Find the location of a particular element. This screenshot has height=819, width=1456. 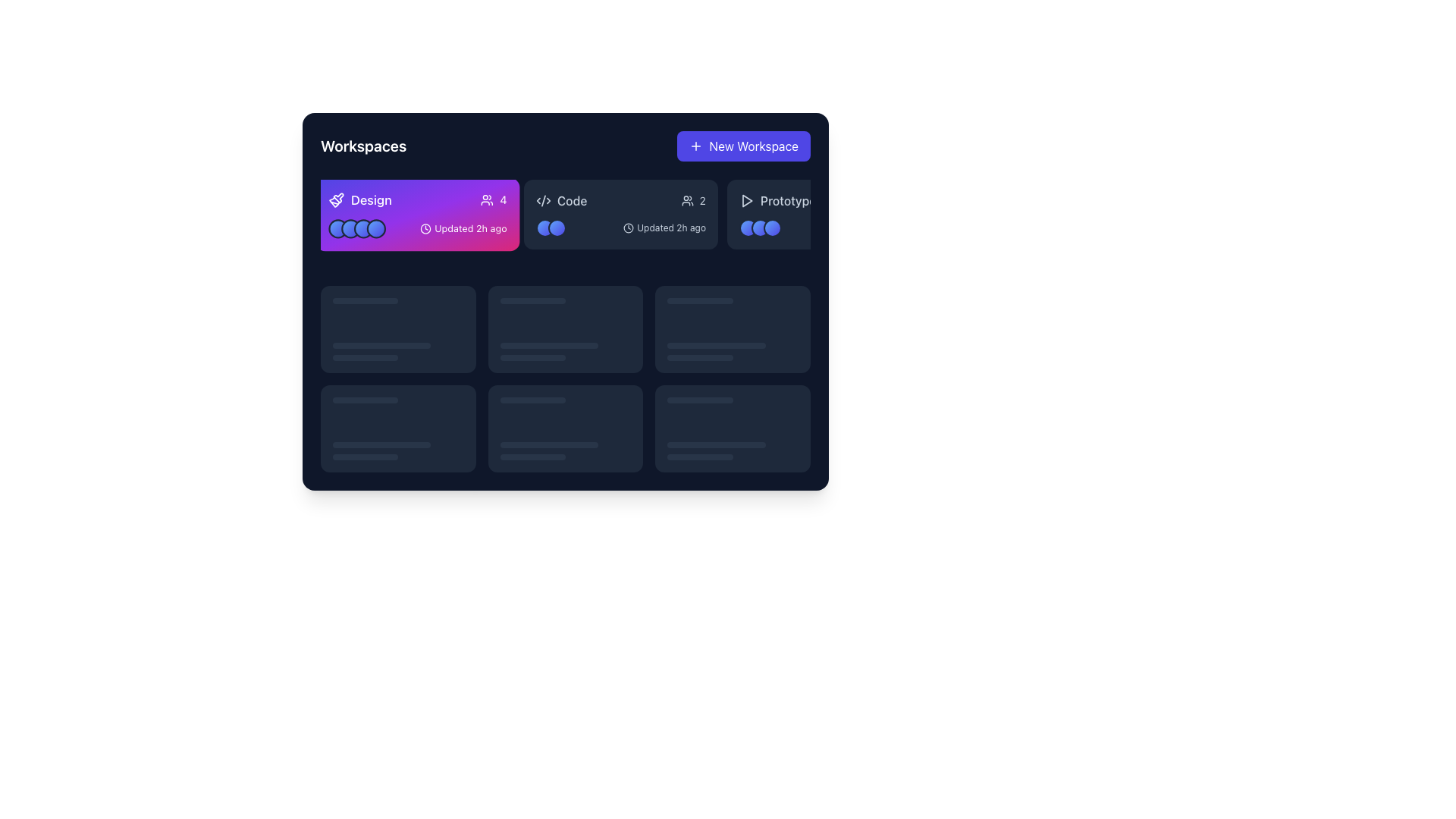

the animated placeholder consisting of two horizontal bars with a dark gray background that pulses, located in the bottom row of the center column is located at coordinates (564, 450).